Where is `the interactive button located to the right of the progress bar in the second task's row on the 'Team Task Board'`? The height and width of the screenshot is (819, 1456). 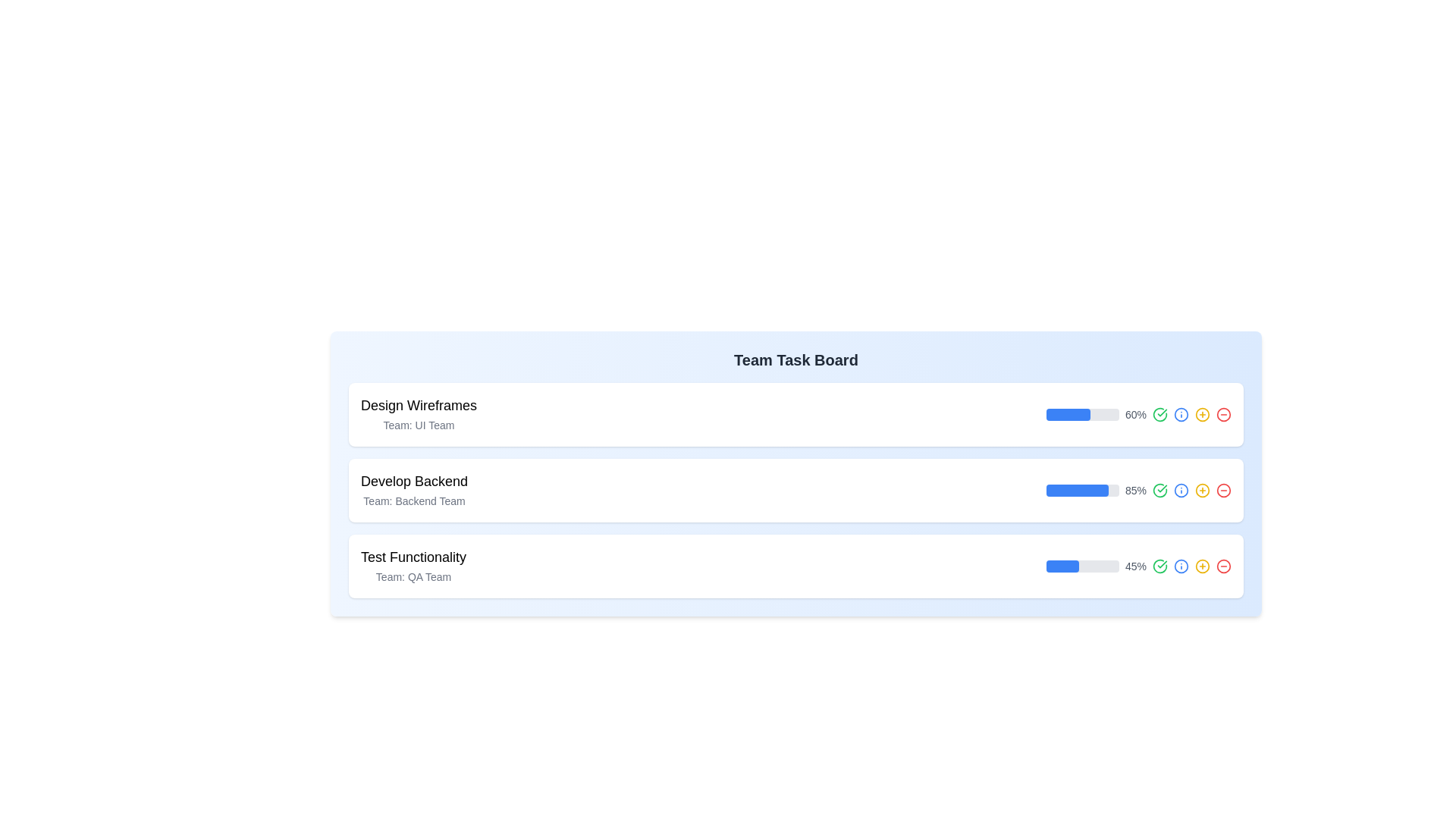
the interactive button located to the right of the progress bar in the second task's row on the 'Team Task Board' is located at coordinates (1201, 491).